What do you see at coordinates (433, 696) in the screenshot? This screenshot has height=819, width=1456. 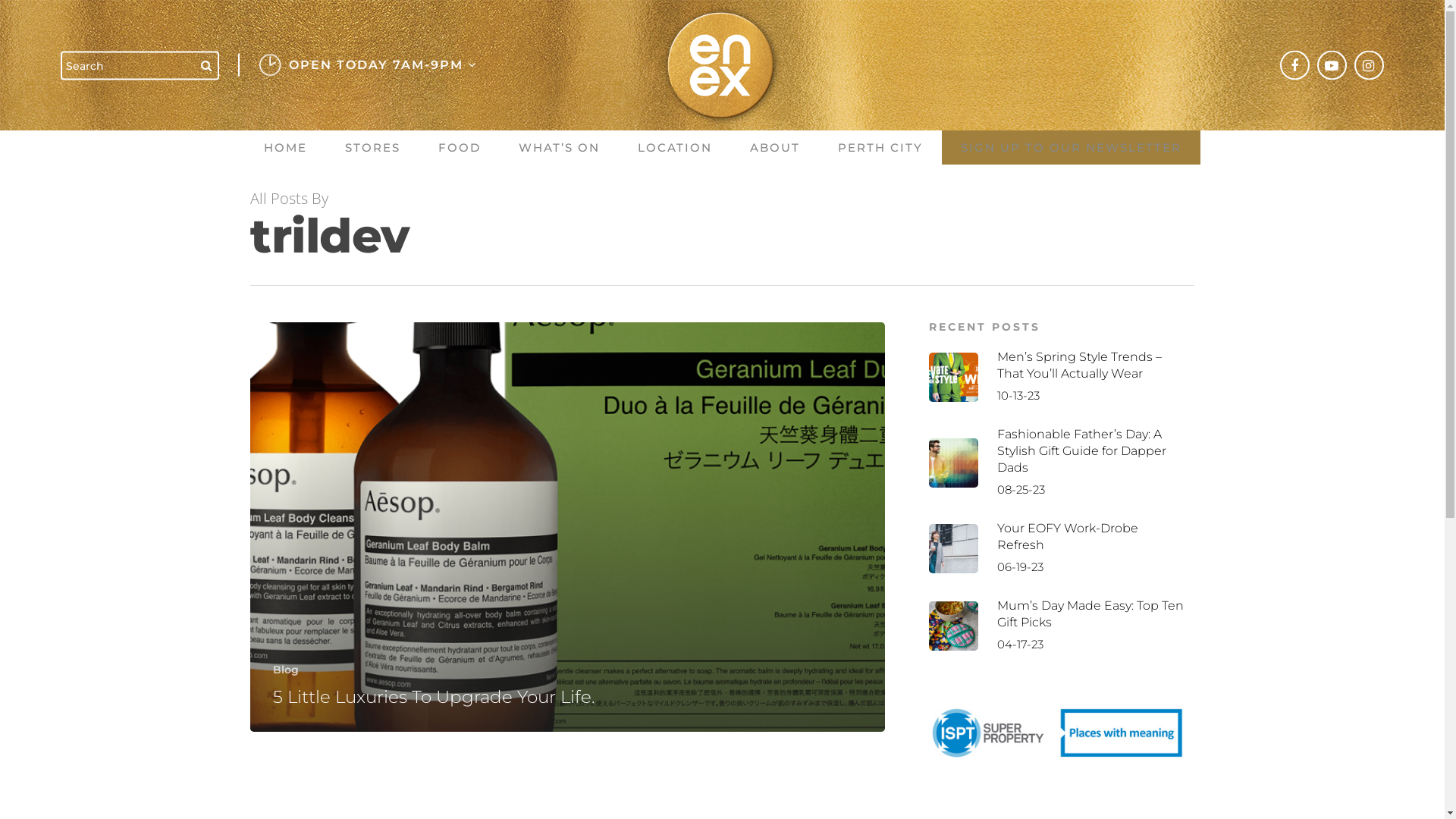 I see `'5 Little Luxuries To Upgrade Your Life.'` at bounding box center [433, 696].